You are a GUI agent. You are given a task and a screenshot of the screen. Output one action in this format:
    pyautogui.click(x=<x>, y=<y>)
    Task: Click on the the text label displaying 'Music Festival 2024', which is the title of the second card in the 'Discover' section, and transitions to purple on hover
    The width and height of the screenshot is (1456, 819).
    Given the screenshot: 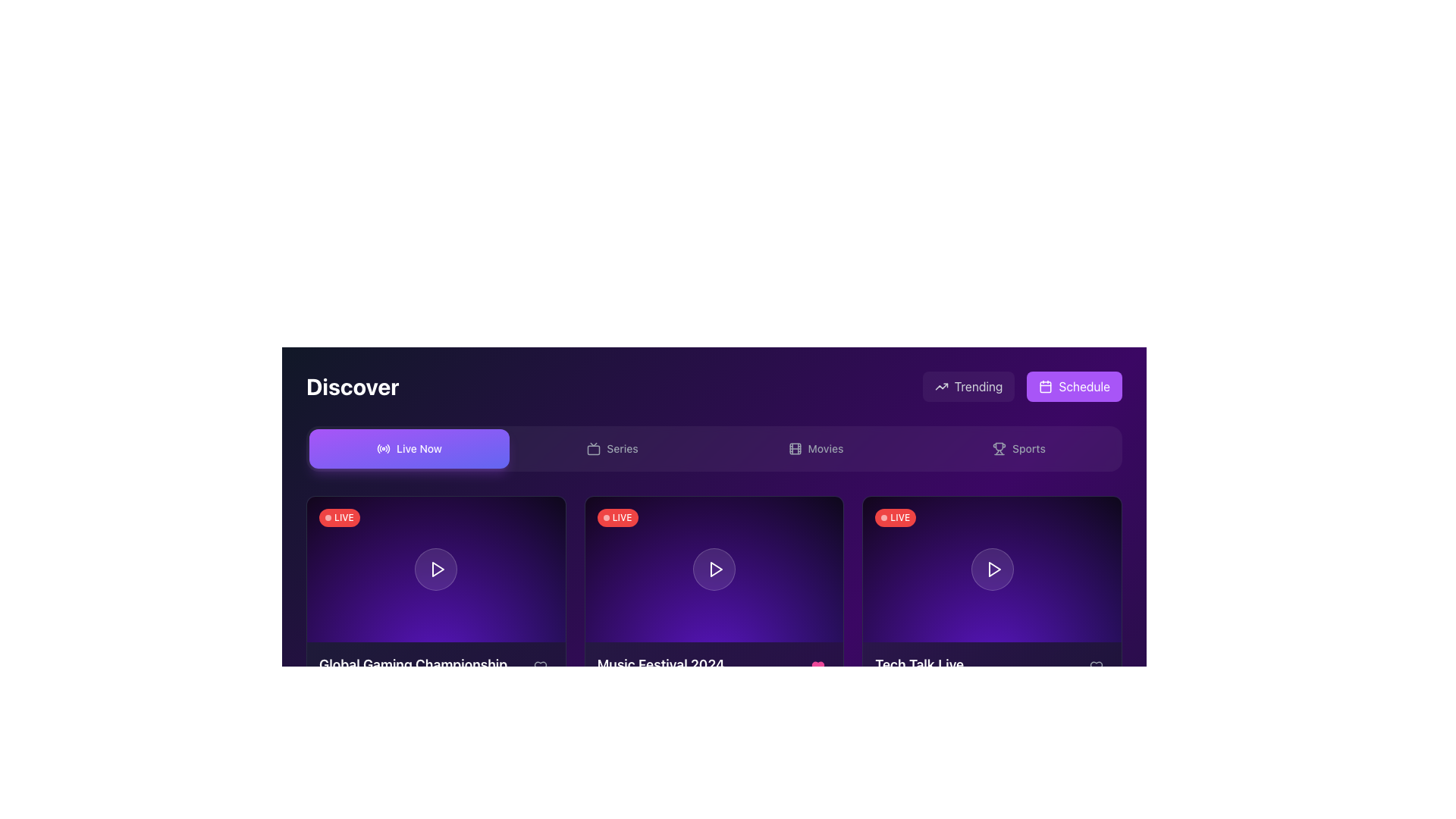 What is the action you would take?
    pyautogui.click(x=661, y=664)
    